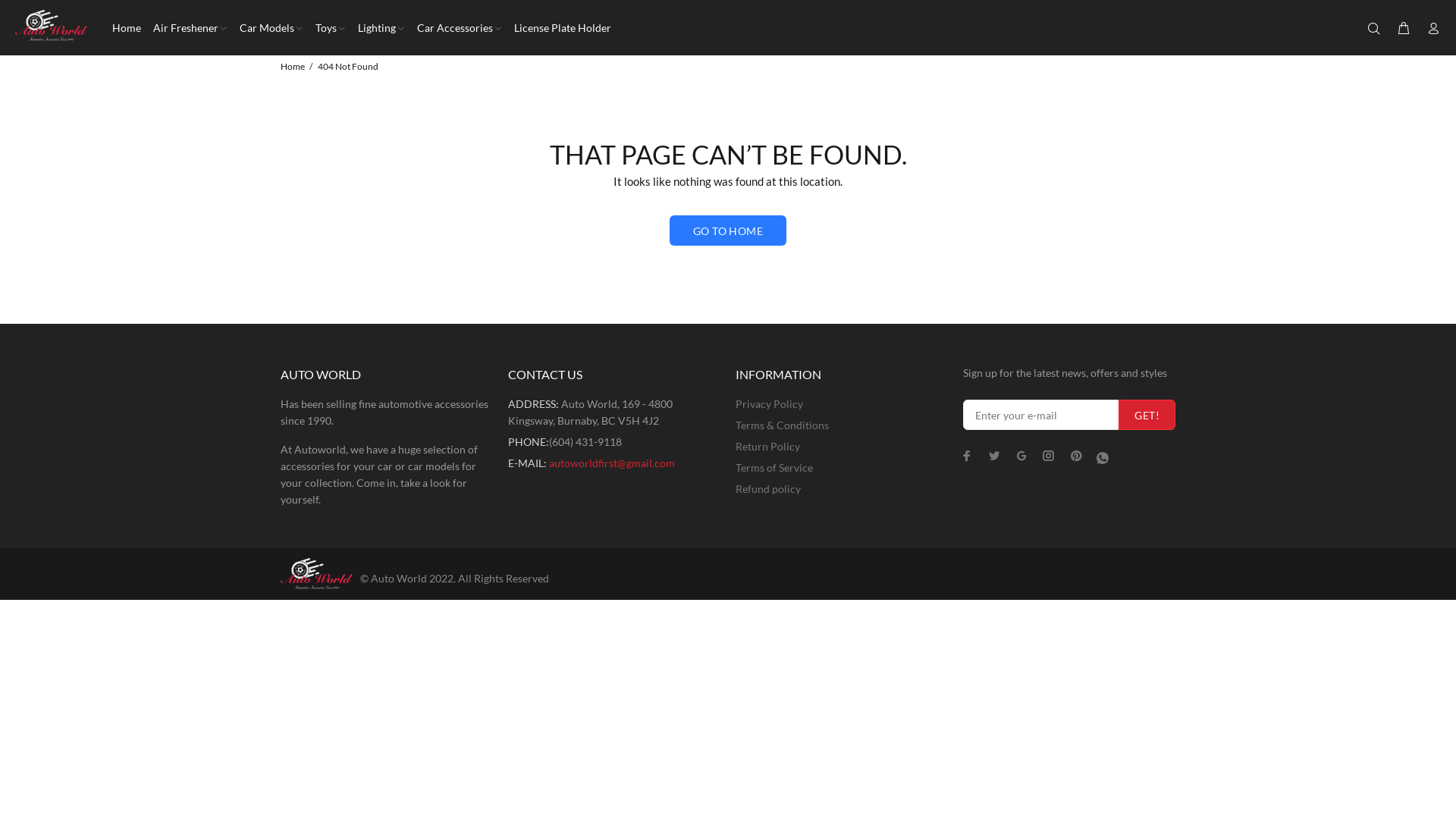  I want to click on 'Car Accessories', so click(458, 27).